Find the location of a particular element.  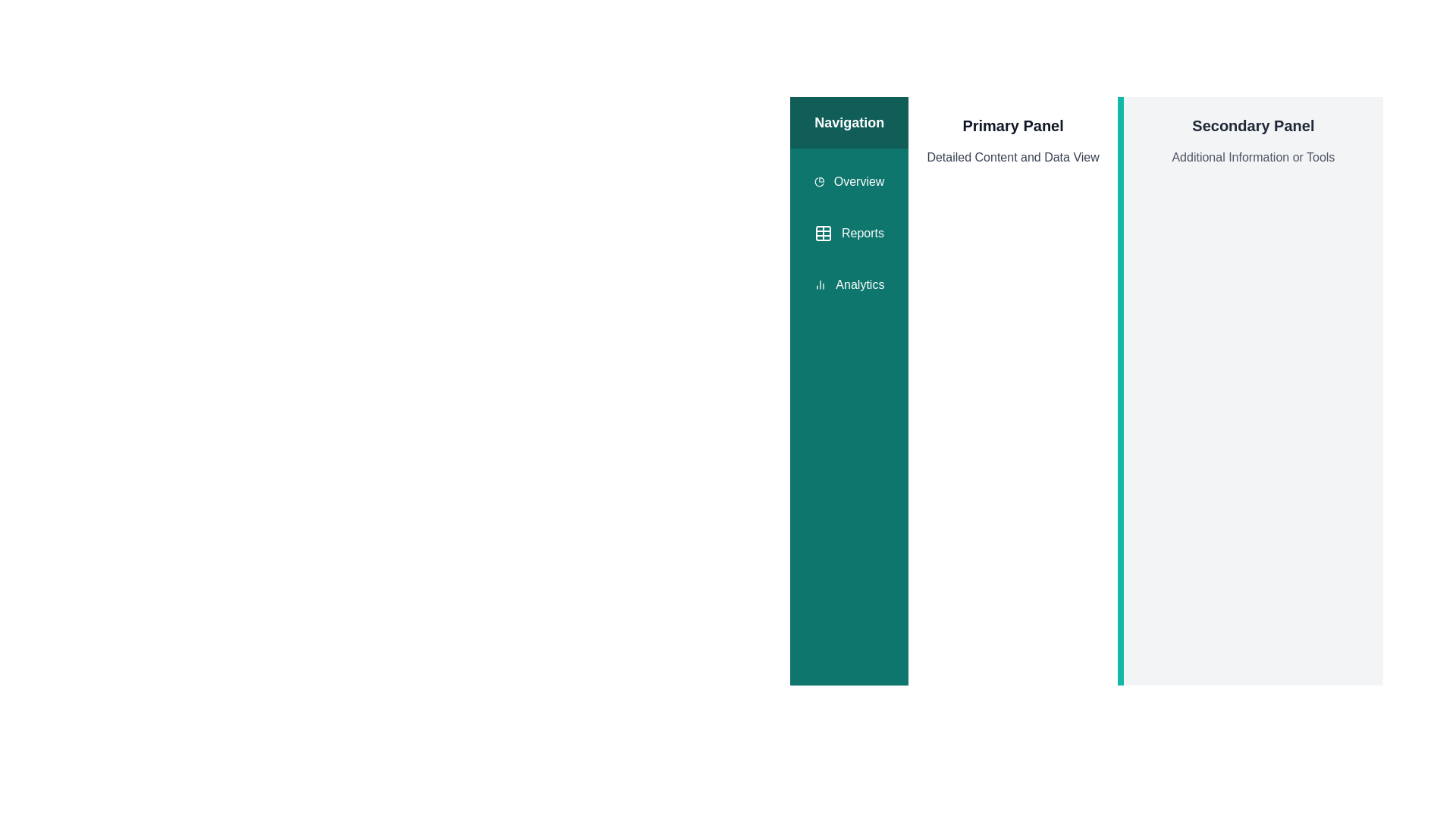

the 'Overview' button with teal background and pie chart icon in the left-hand sidebar is located at coordinates (849, 180).